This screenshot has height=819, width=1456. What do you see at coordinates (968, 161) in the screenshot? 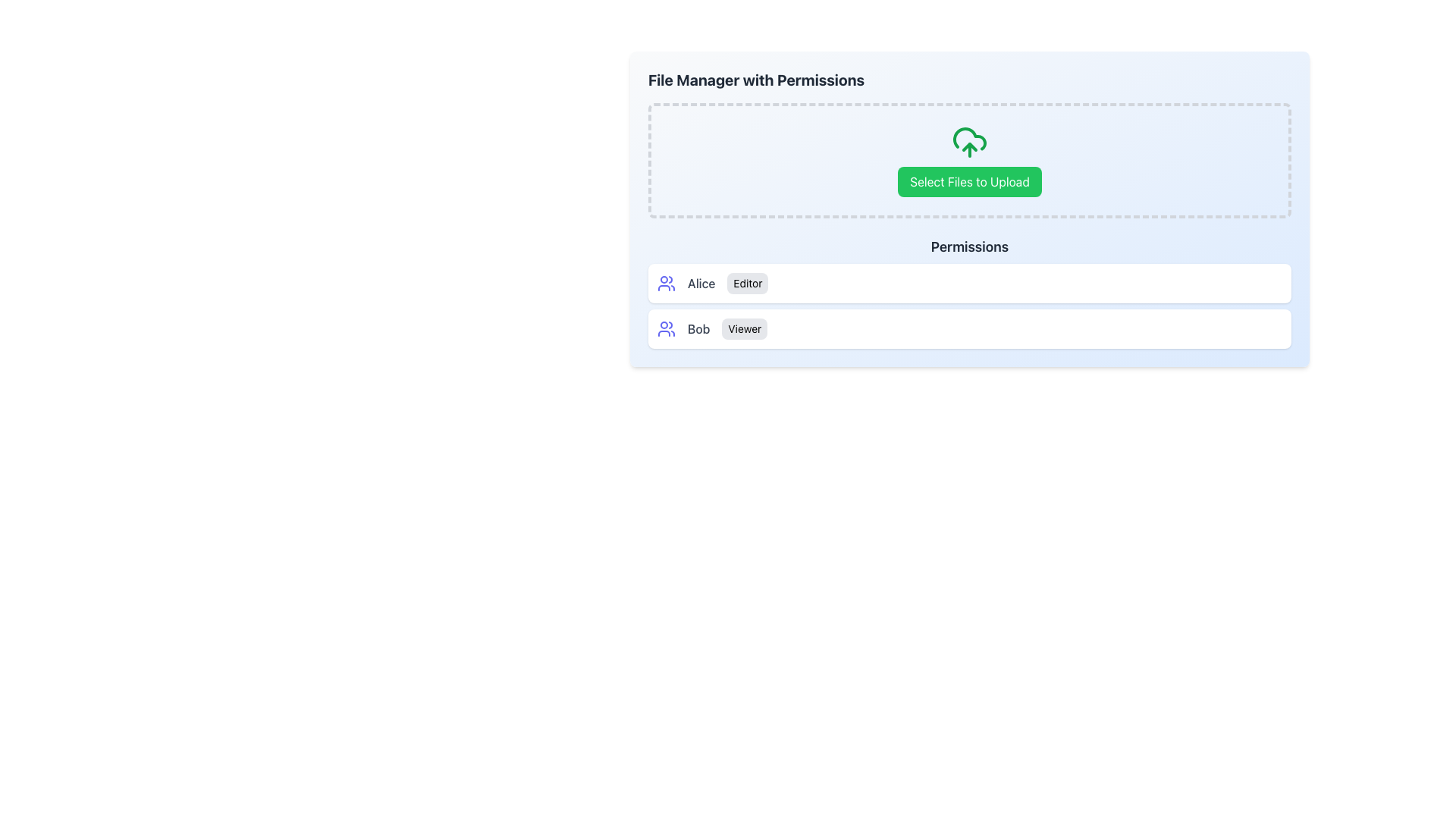
I see `keyboard navigation` at bounding box center [968, 161].